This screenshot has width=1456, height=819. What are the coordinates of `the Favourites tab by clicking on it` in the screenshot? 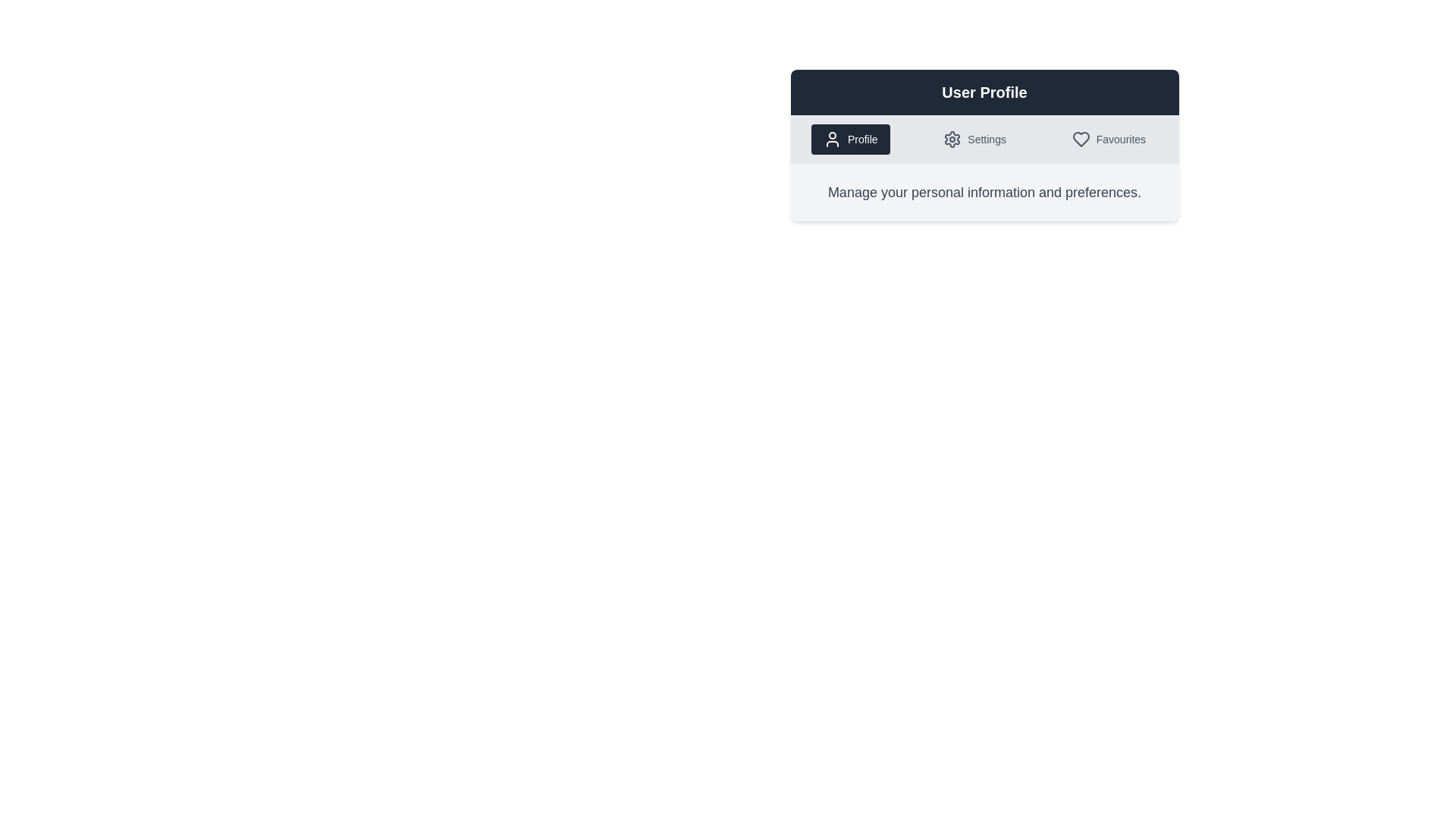 It's located at (1109, 140).